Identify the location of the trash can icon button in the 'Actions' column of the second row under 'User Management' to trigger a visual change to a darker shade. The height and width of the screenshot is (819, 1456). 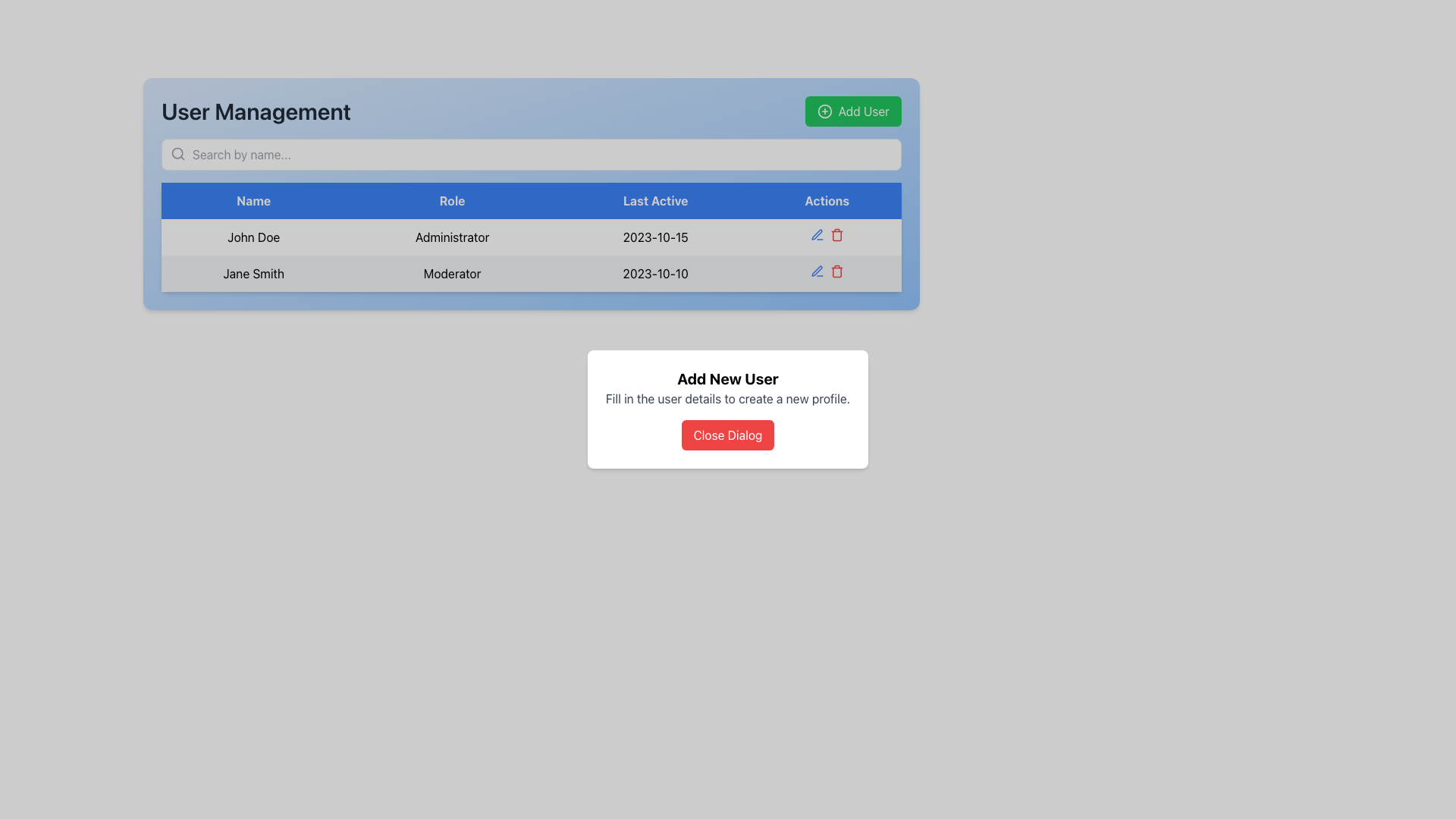
(836, 234).